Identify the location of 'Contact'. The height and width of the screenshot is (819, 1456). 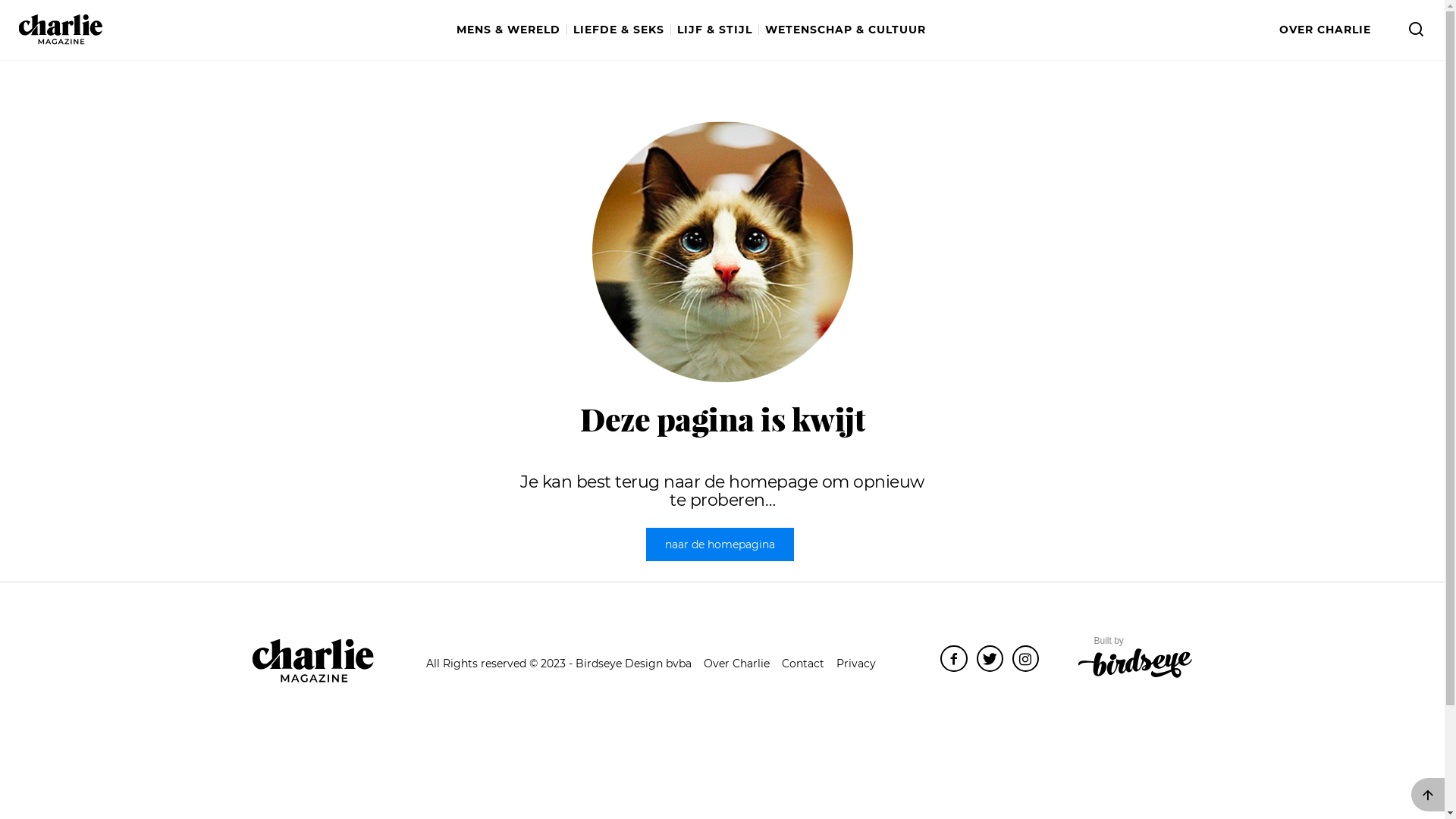
(802, 663).